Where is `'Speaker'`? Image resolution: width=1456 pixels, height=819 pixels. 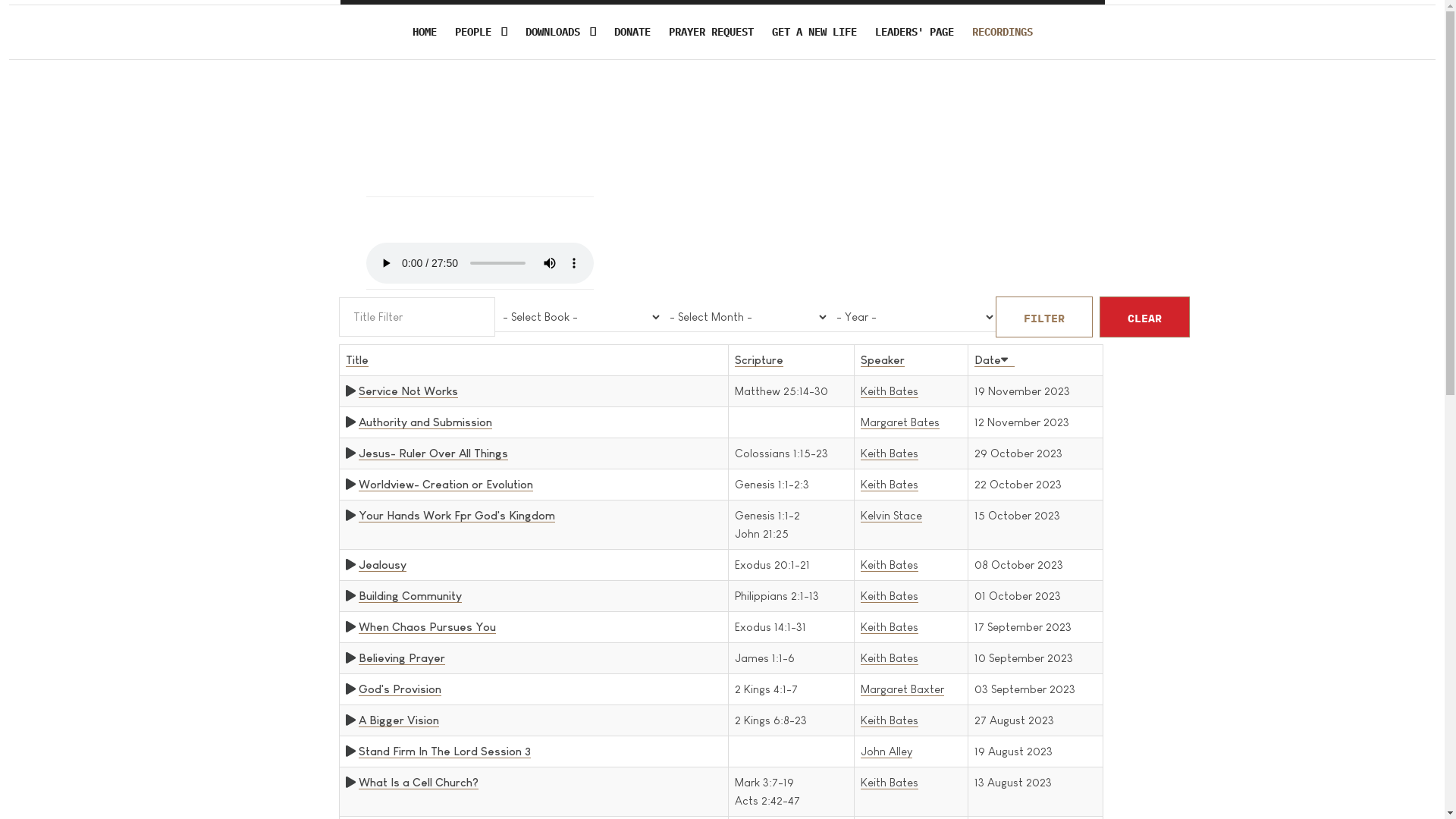
'Speaker' is located at coordinates (882, 359).